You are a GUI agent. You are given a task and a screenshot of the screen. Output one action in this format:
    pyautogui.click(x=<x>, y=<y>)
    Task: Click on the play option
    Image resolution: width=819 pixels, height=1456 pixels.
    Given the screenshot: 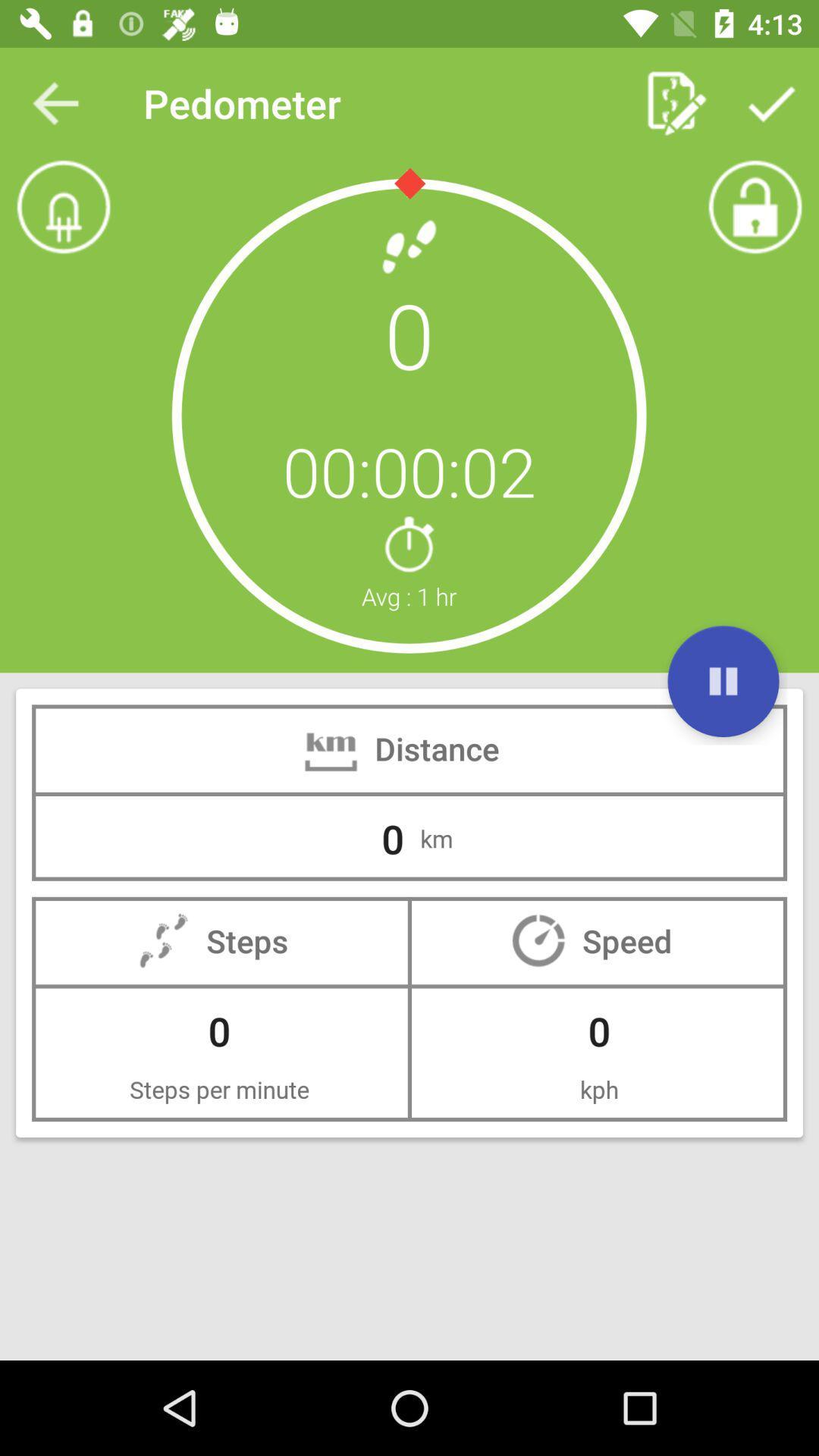 What is the action you would take?
    pyautogui.click(x=722, y=680)
    